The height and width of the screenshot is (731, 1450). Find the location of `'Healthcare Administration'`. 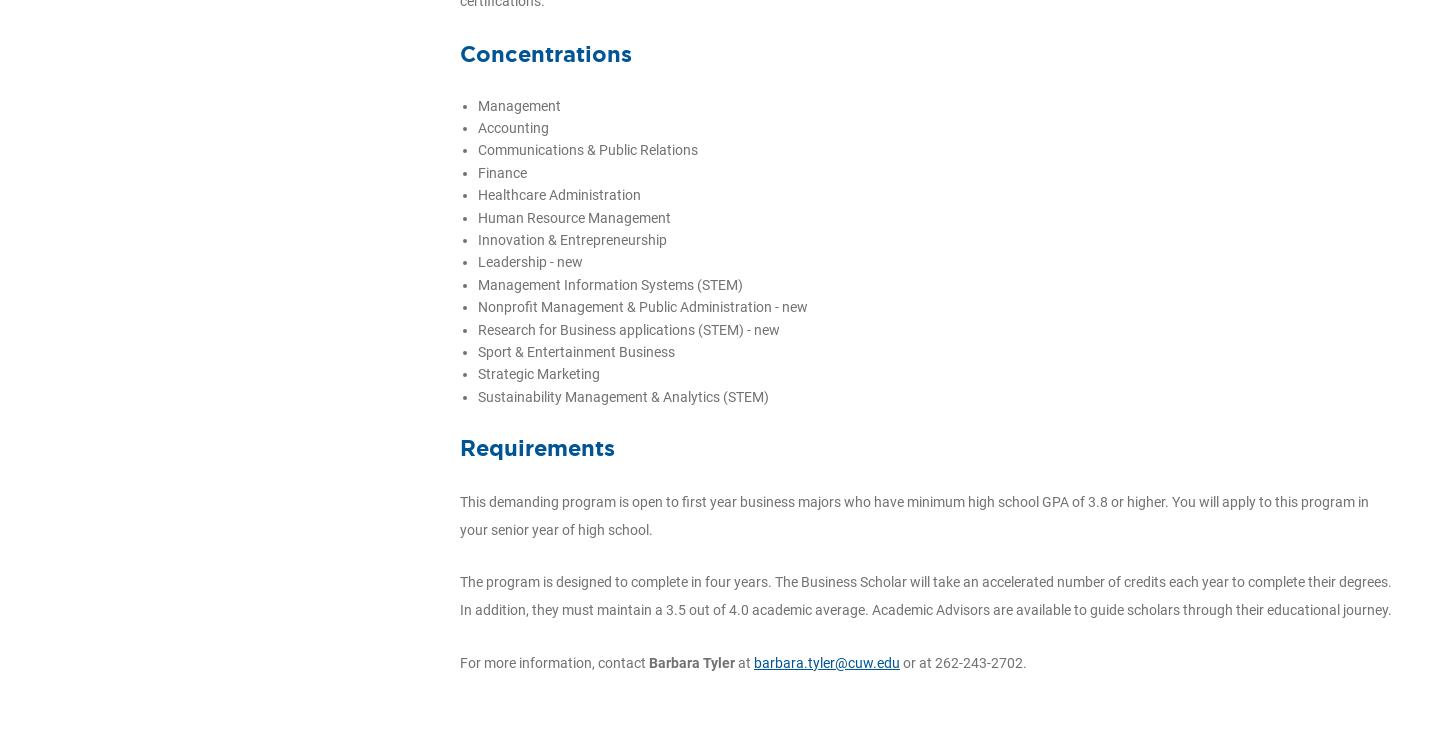

'Healthcare Administration' is located at coordinates (558, 195).